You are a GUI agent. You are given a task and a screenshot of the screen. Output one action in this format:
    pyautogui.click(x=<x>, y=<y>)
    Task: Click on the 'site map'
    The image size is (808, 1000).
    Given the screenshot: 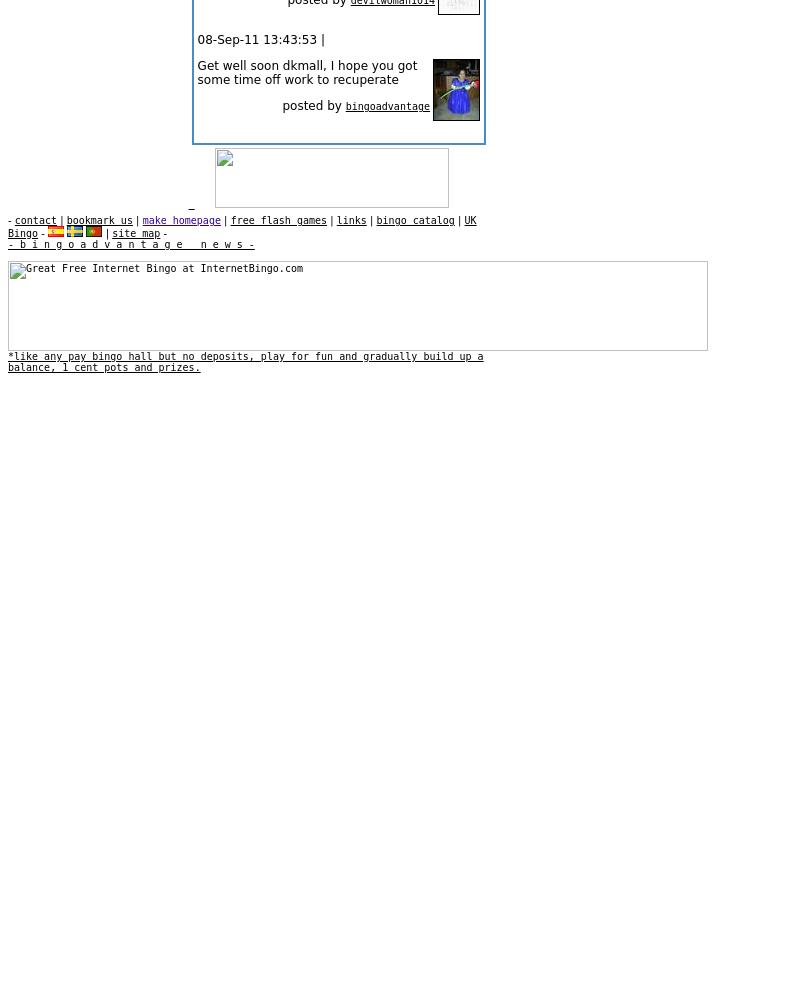 What is the action you would take?
    pyautogui.click(x=134, y=232)
    